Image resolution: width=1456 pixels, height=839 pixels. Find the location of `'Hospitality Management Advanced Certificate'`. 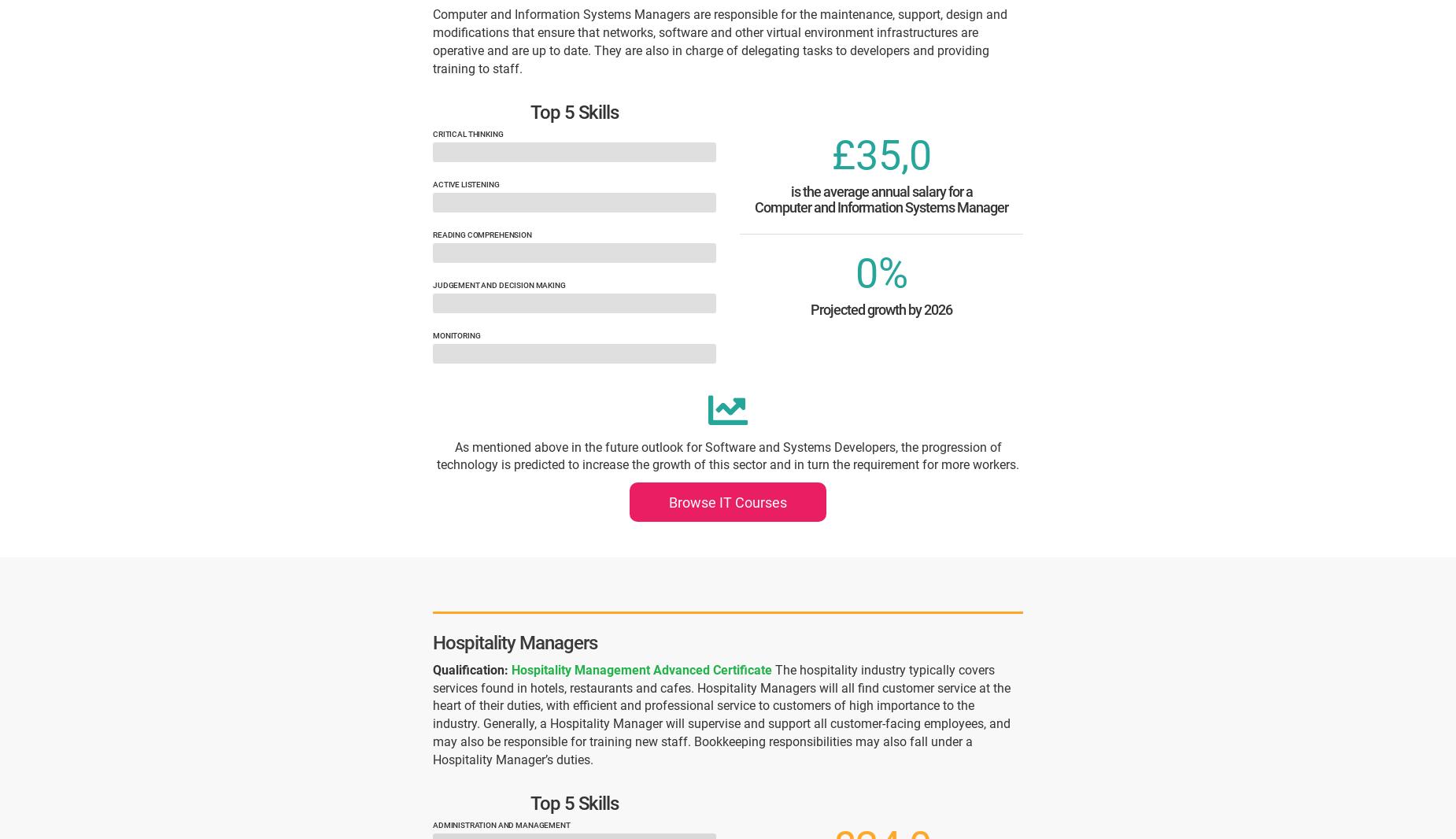

'Hospitality Management Advanced Certificate' is located at coordinates (641, 669).